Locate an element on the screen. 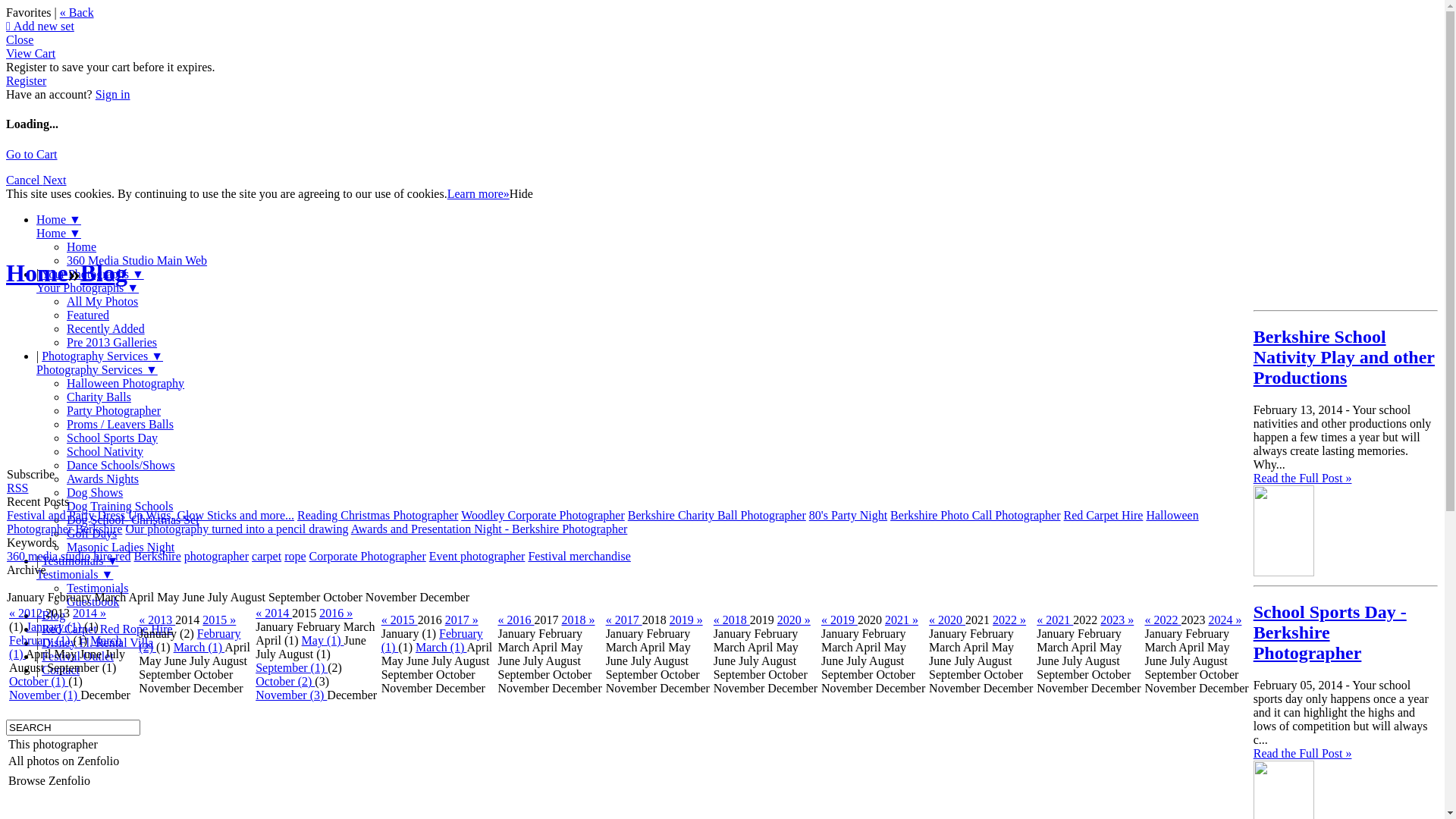 The width and height of the screenshot is (1456, 819). 'Event photographer' is located at coordinates (476, 556).